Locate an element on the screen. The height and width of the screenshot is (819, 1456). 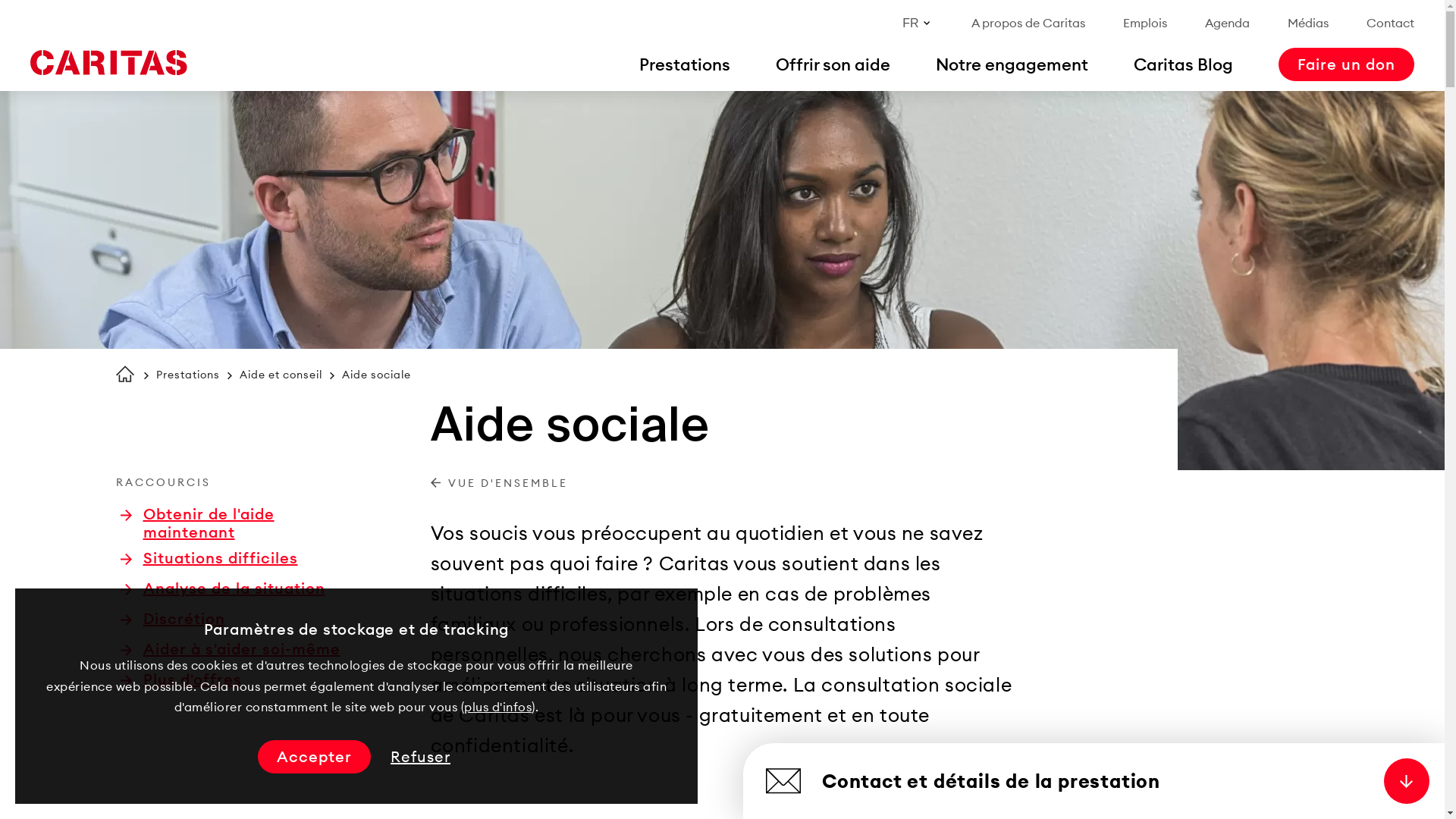
'Contact' is located at coordinates (1390, 23).